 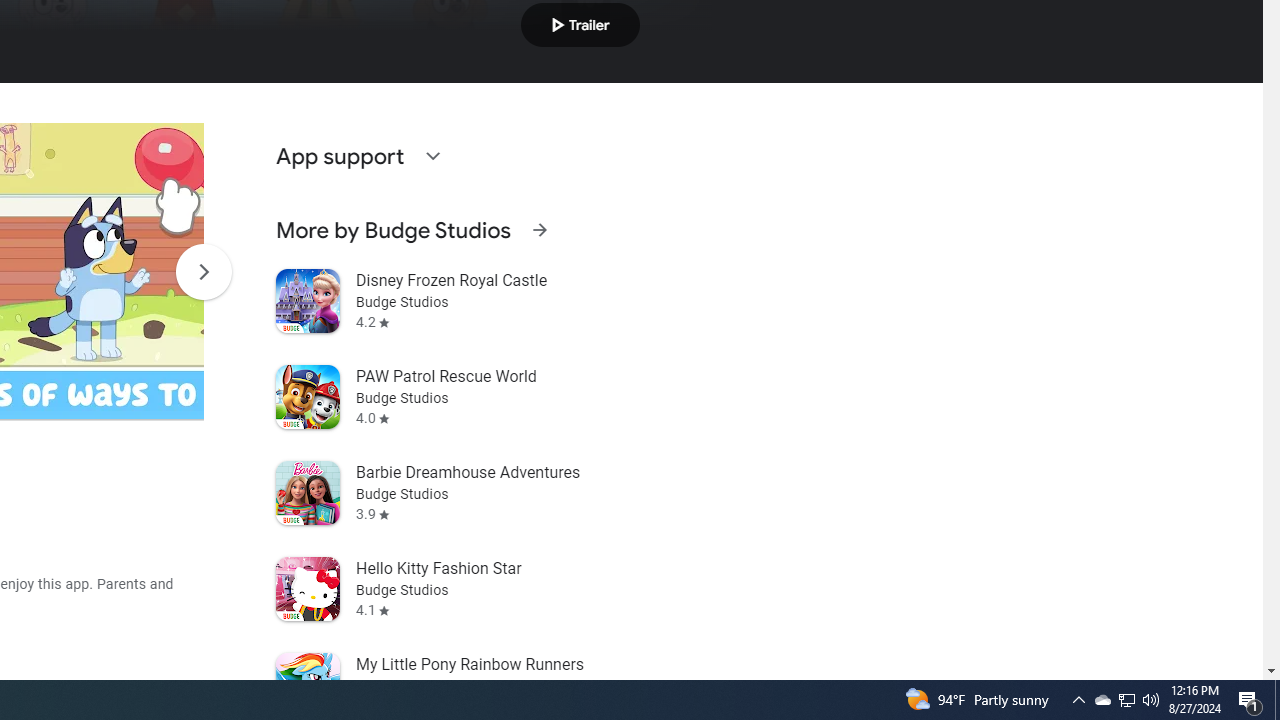 I want to click on 'Scroll Next', so click(x=203, y=272).